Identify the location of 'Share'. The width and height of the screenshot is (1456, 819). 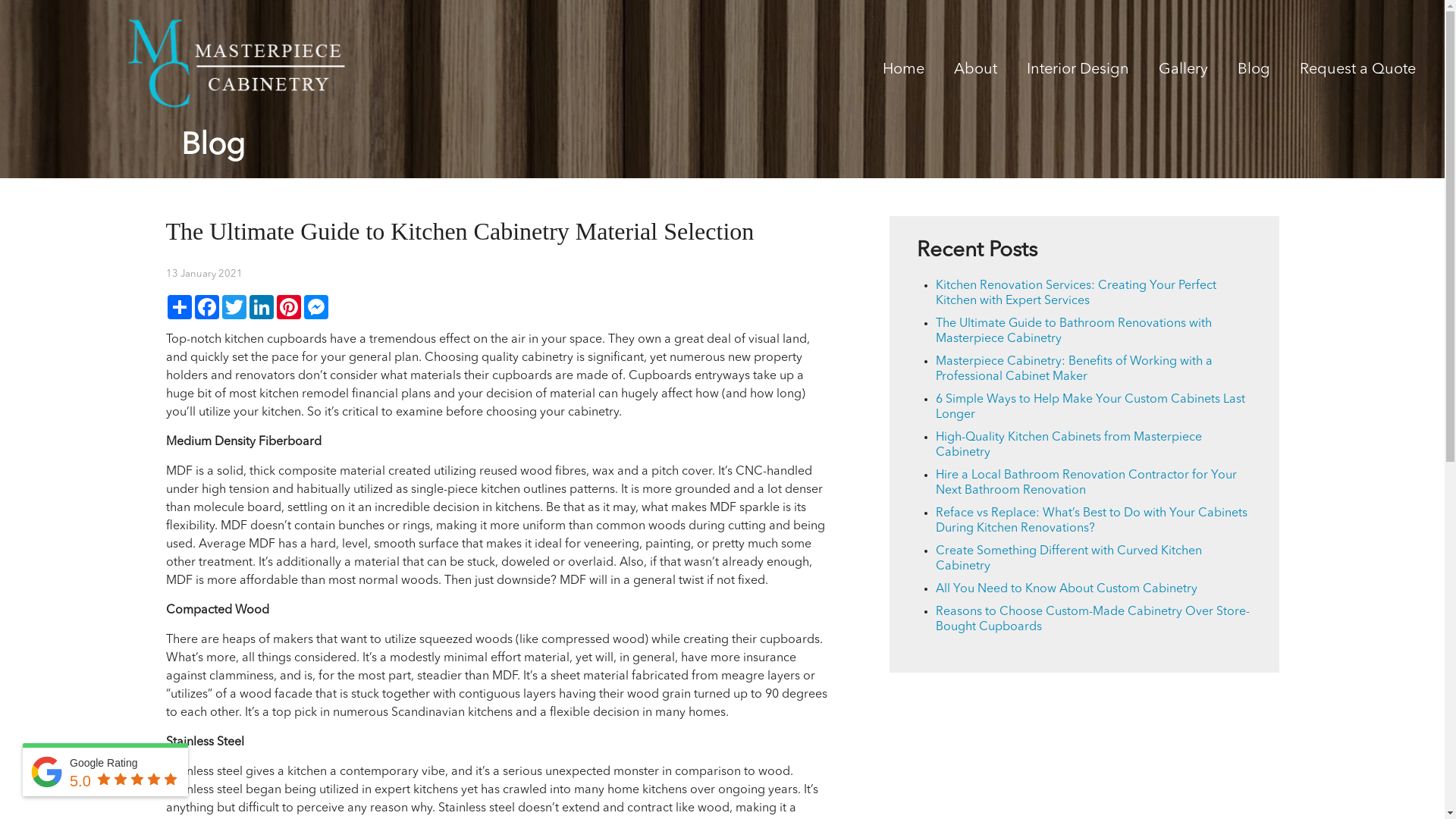
(178, 307).